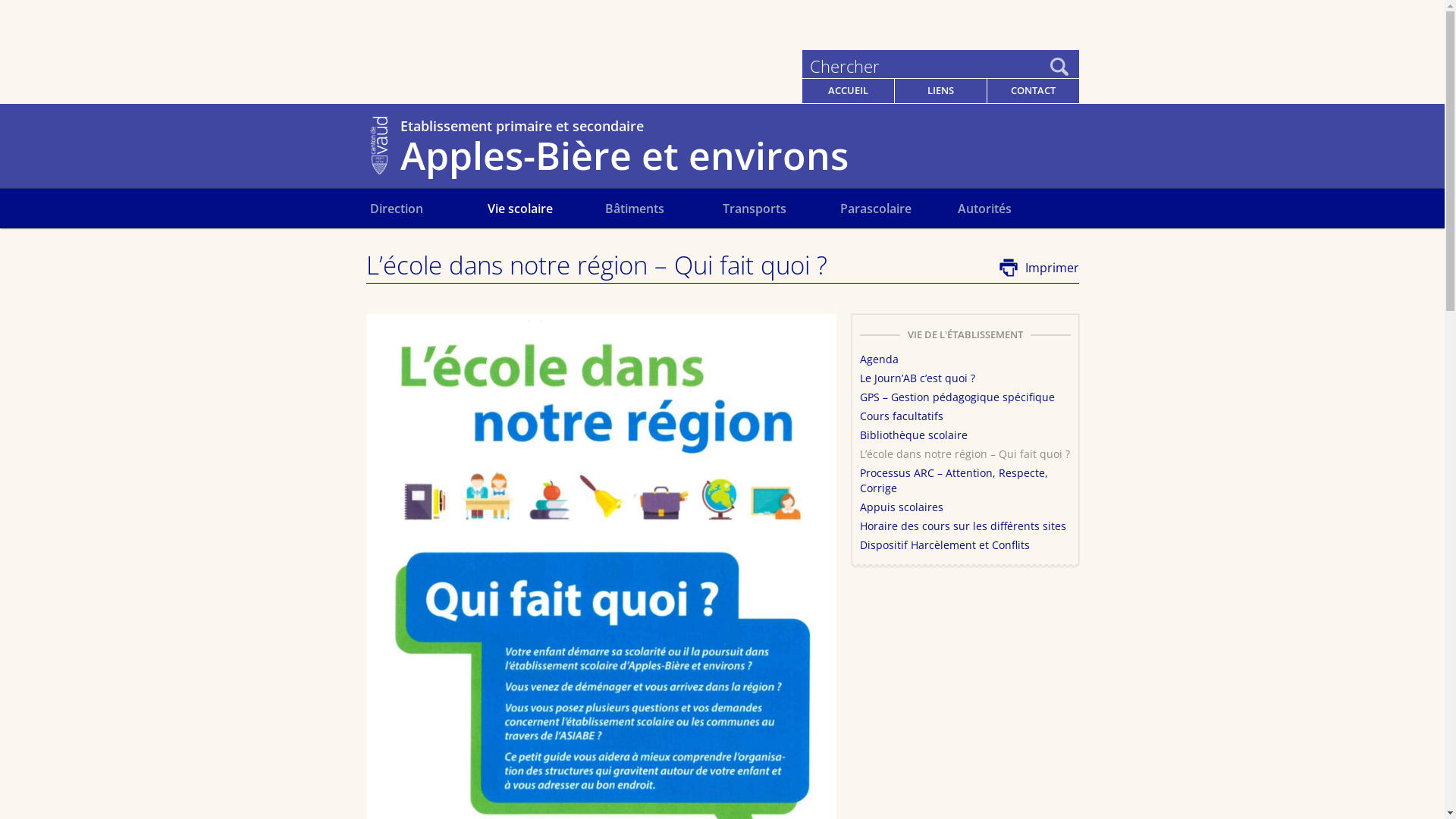  What do you see at coordinates (370, 208) in the screenshot?
I see `'Direction'` at bounding box center [370, 208].